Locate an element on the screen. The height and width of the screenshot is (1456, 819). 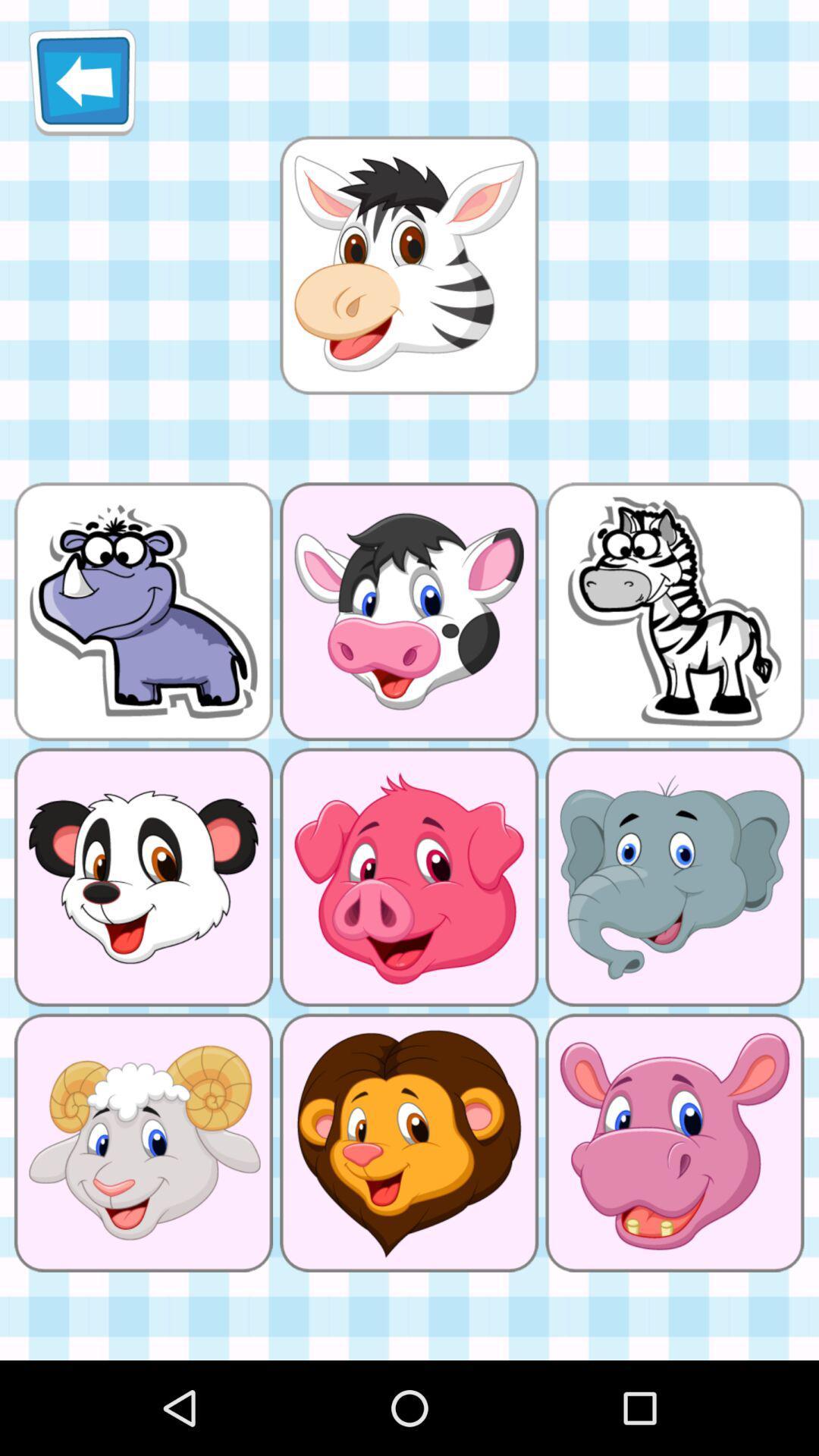
the left side image of zebra is located at coordinates (408, 611).